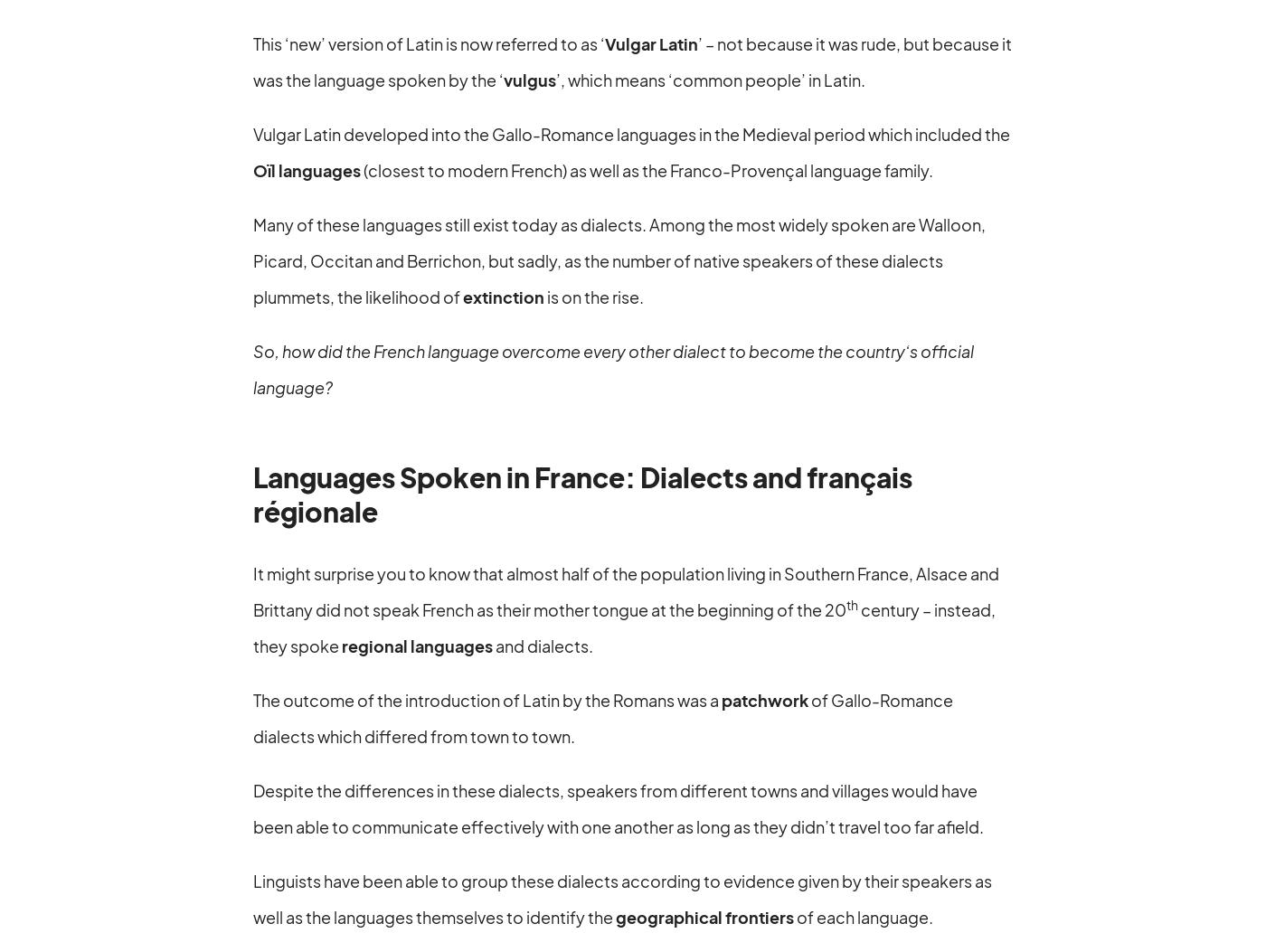 This screenshot has width=1266, height=952. Describe the element at coordinates (619, 807) in the screenshot. I see `'Despite the differences in these dialects, speakers from different towns and villages would have been able to communicate effectively with one another as long as they didn’t travel too far afield.'` at that location.